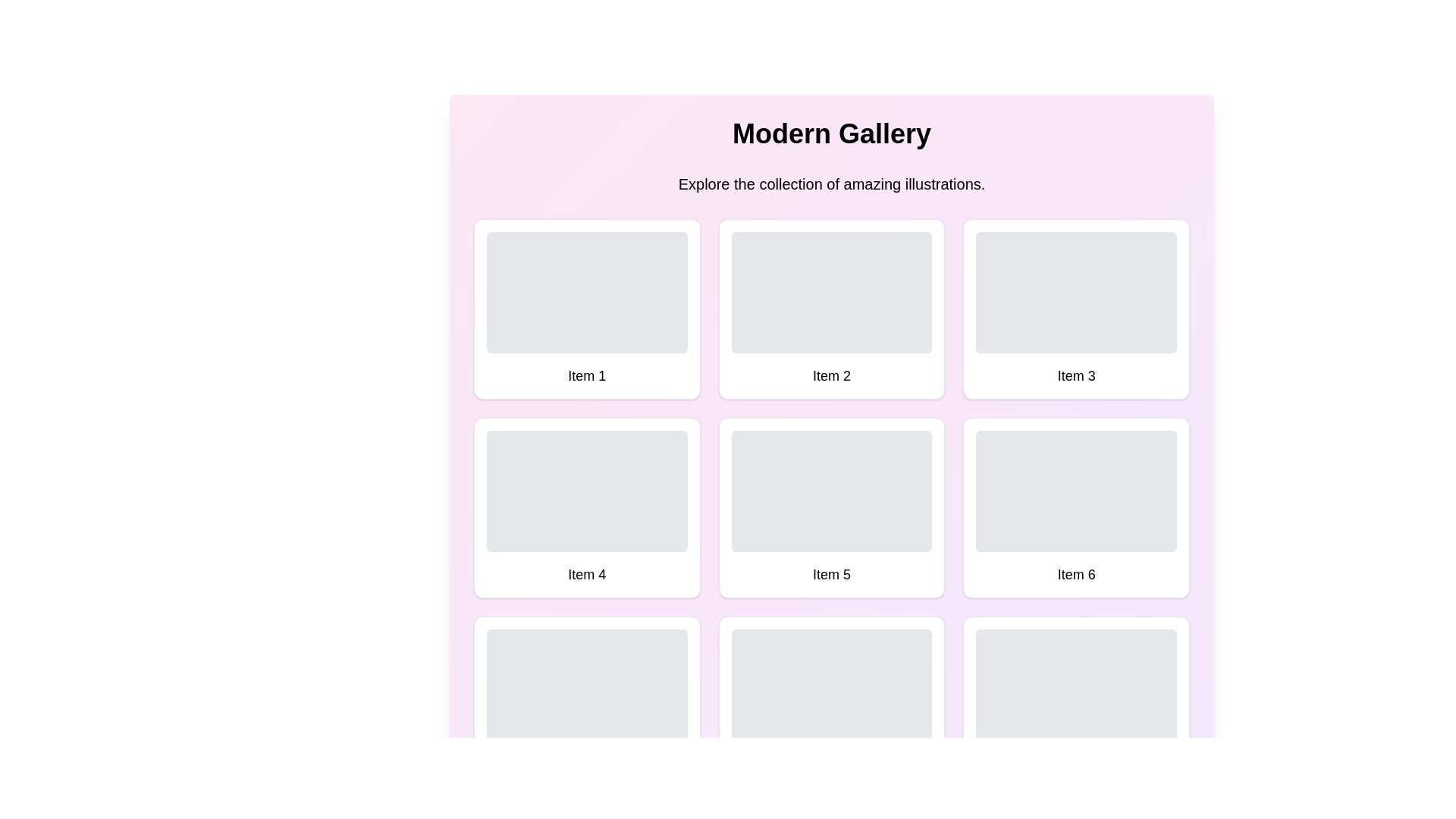 This screenshot has width=1456, height=819. I want to click on the text label that denotes the title or identifier of the associated item within the grid, positioned at the bottom center of the second card in the top row, located between 'Item 1' and 'Item 3', so click(830, 375).